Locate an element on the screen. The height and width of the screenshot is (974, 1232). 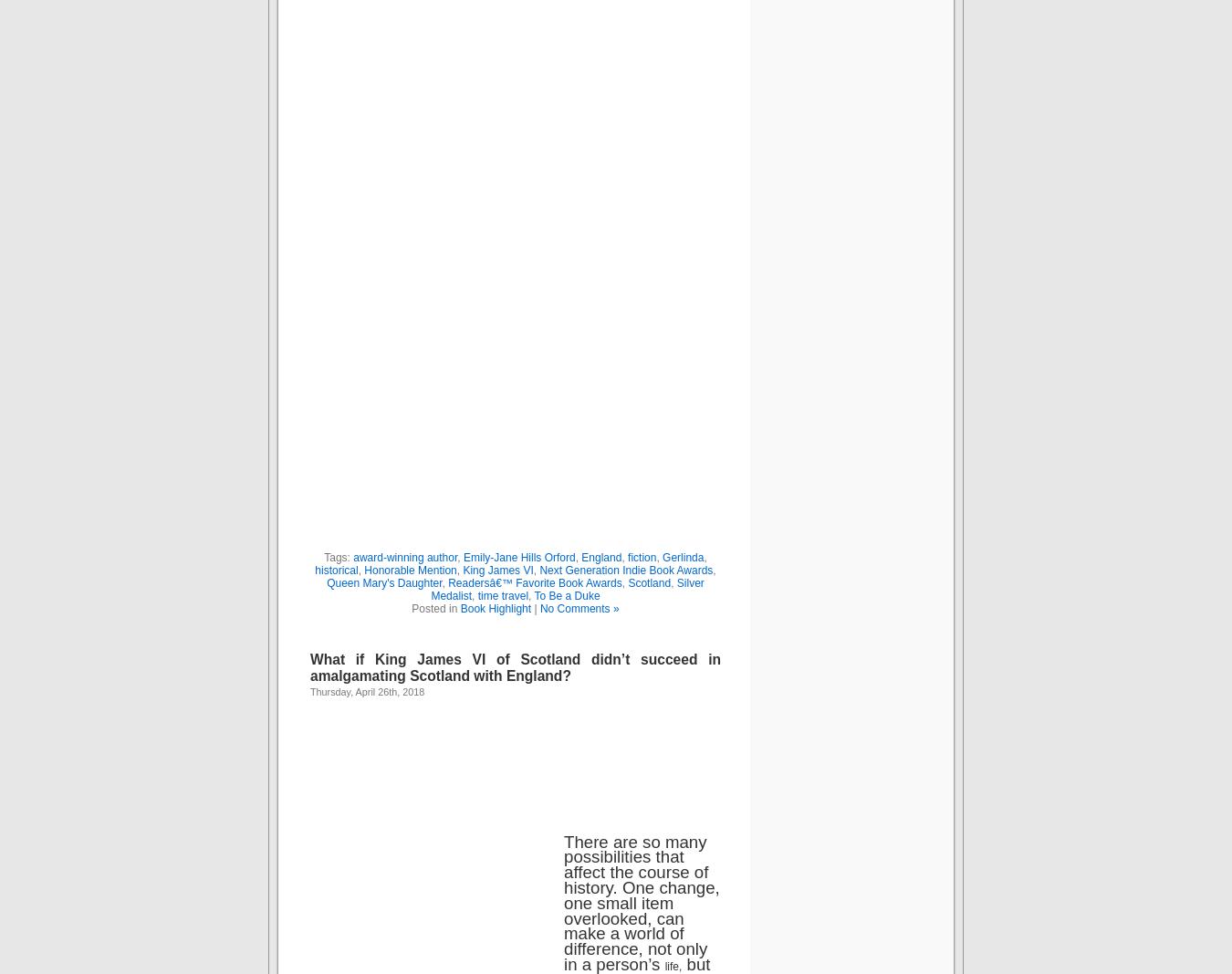
'time travel' is located at coordinates (501, 595).